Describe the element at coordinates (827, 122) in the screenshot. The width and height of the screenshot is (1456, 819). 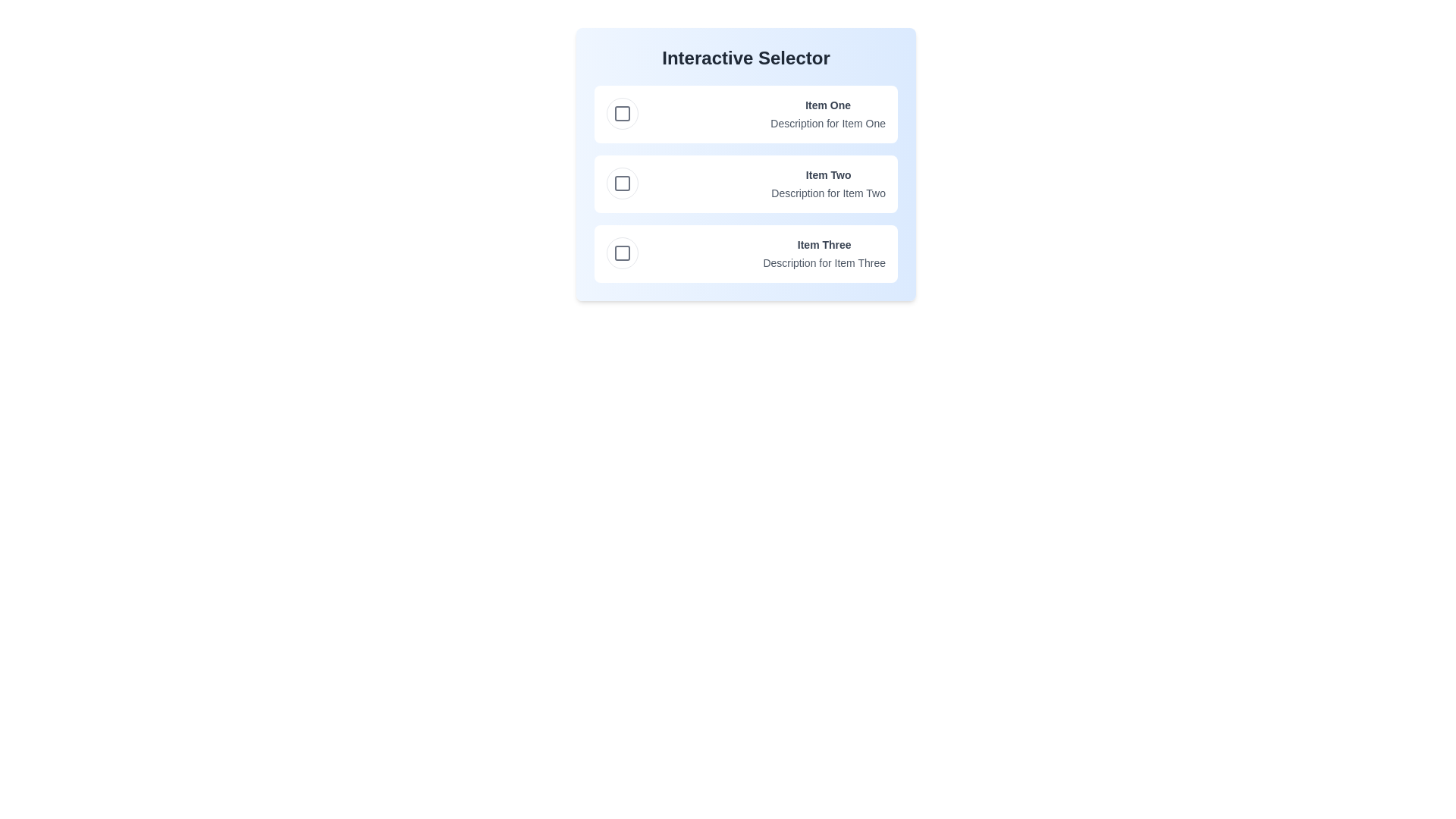
I see `the text label displaying 'Description for Item One', which is located just below the 'Item One' label in a structured list layout` at that location.